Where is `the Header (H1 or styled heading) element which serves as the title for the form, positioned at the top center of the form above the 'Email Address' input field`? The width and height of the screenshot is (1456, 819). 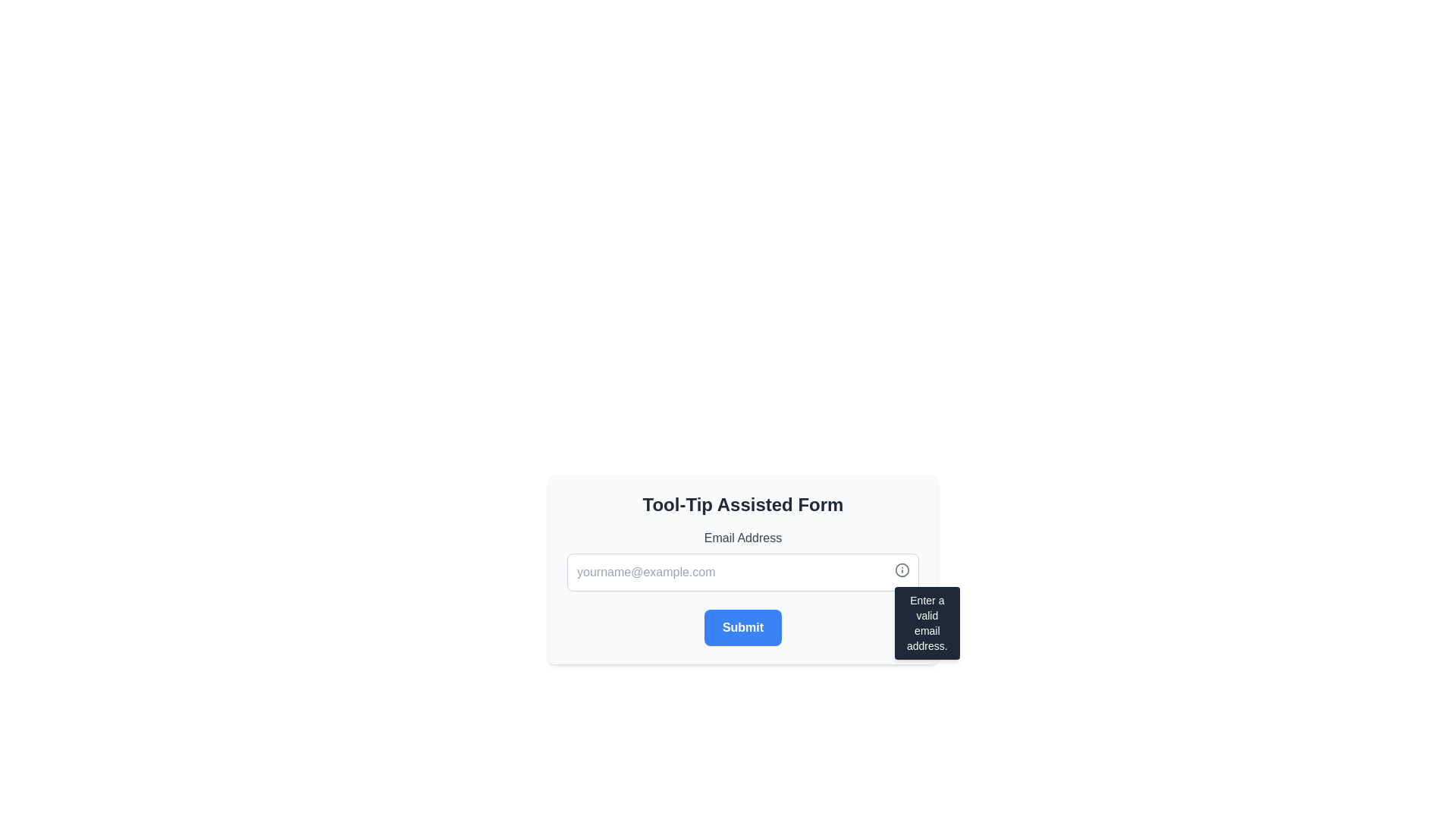 the Header (H1 or styled heading) element which serves as the title for the form, positioned at the top center of the form above the 'Email Address' input field is located at coordinates (742, 505).